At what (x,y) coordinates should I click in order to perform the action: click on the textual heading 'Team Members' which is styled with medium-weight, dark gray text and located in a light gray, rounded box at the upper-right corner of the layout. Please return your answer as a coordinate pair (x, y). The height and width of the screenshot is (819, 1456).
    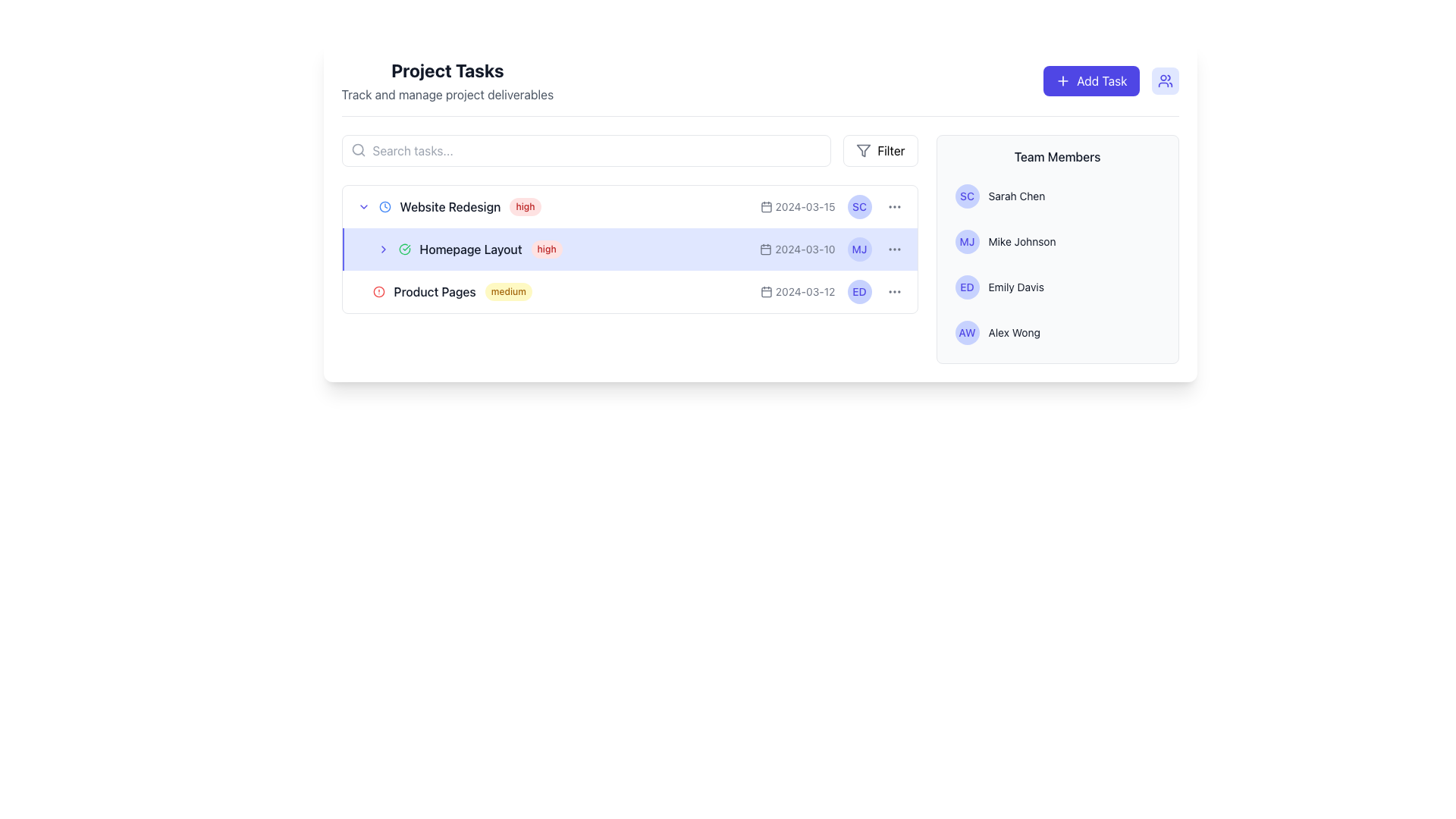
    Looking at the image, I should click on (1056, 157).